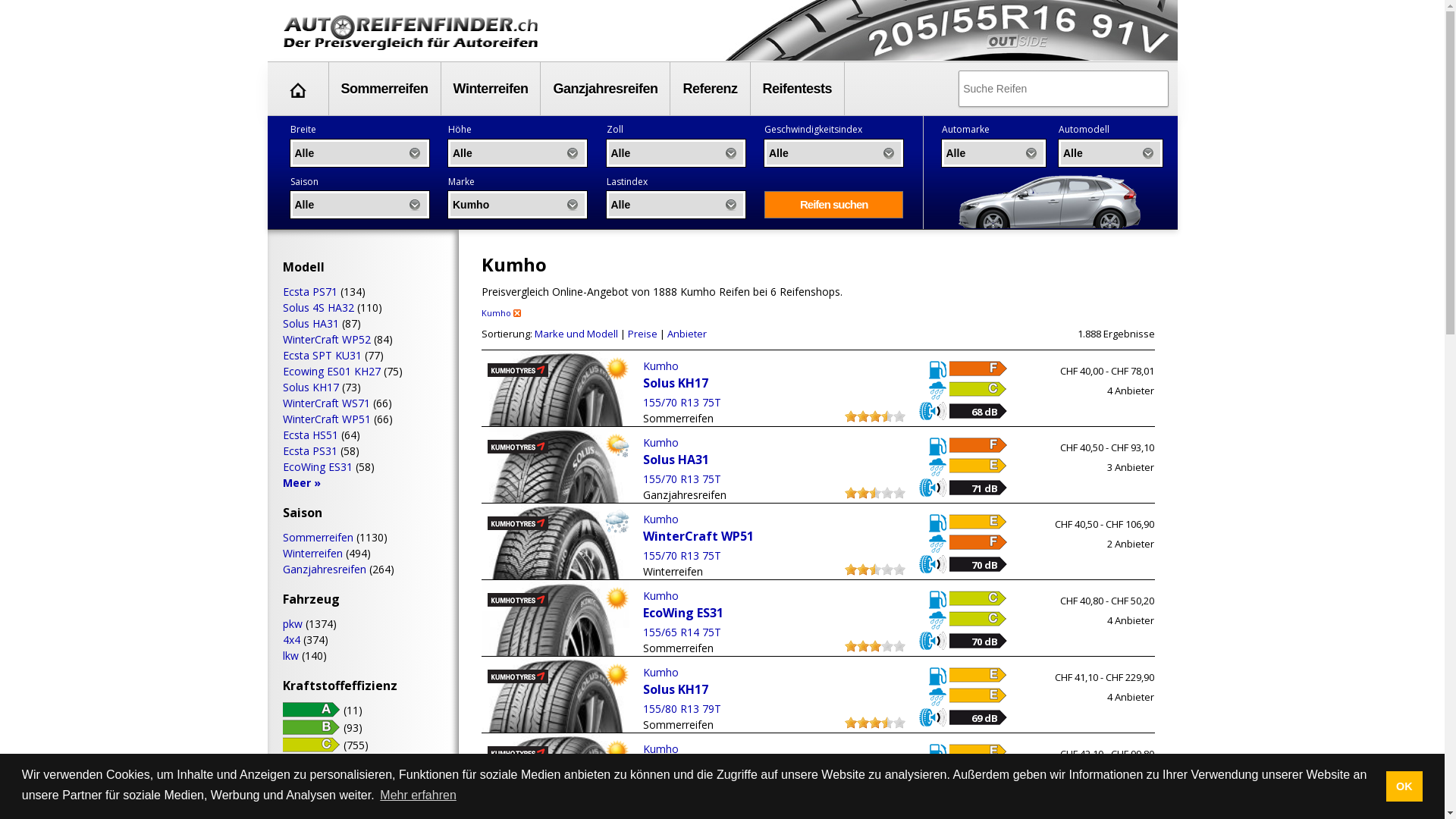 The width and height of the screenshot is (1456, 819). What do you see at coordinates (418, 795) in the screenshot?
I see `'Mehr erfahren'` at bounding box center [418, 795].